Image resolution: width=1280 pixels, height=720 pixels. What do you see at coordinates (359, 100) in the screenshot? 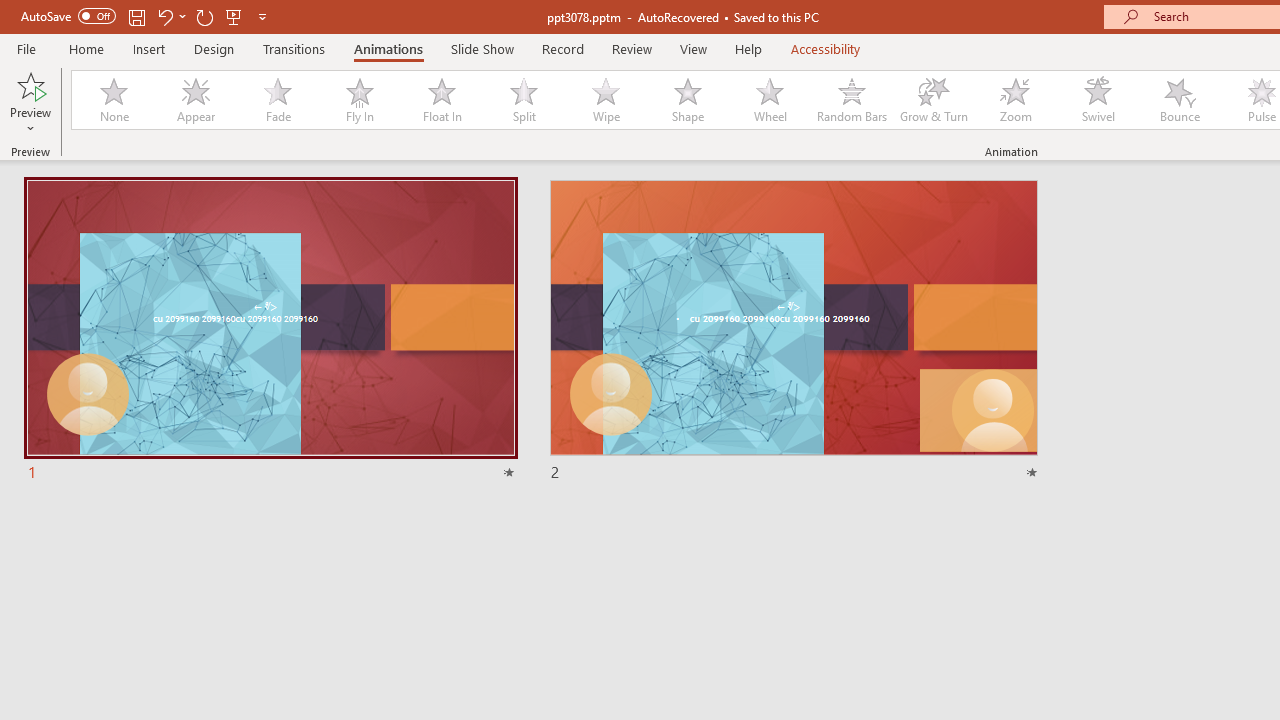
I see `'Fly In'` at bounding box center [359, 100].